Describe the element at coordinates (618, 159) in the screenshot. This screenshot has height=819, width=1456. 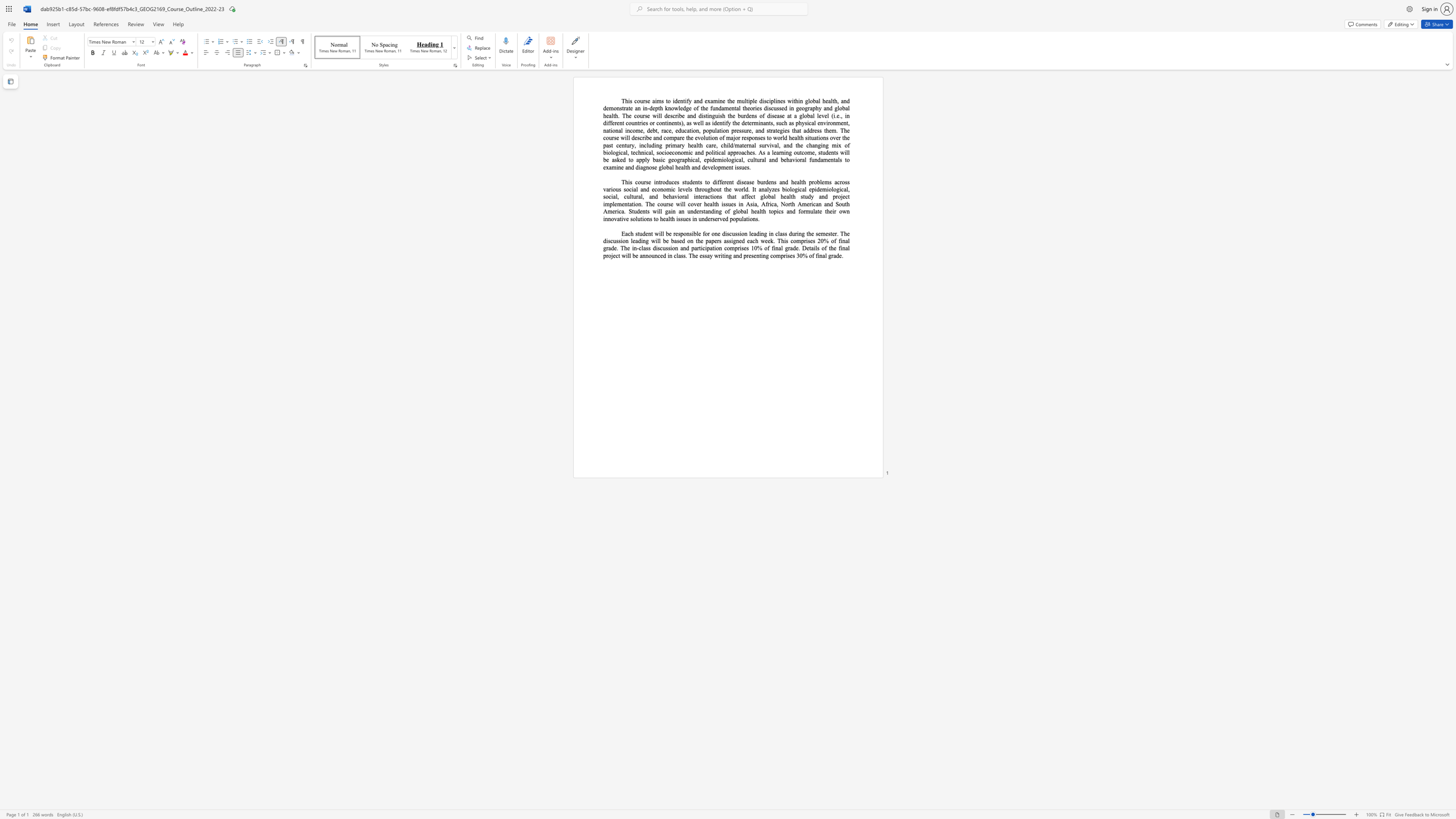
I see `the 1th character "k" in the text` at that location.